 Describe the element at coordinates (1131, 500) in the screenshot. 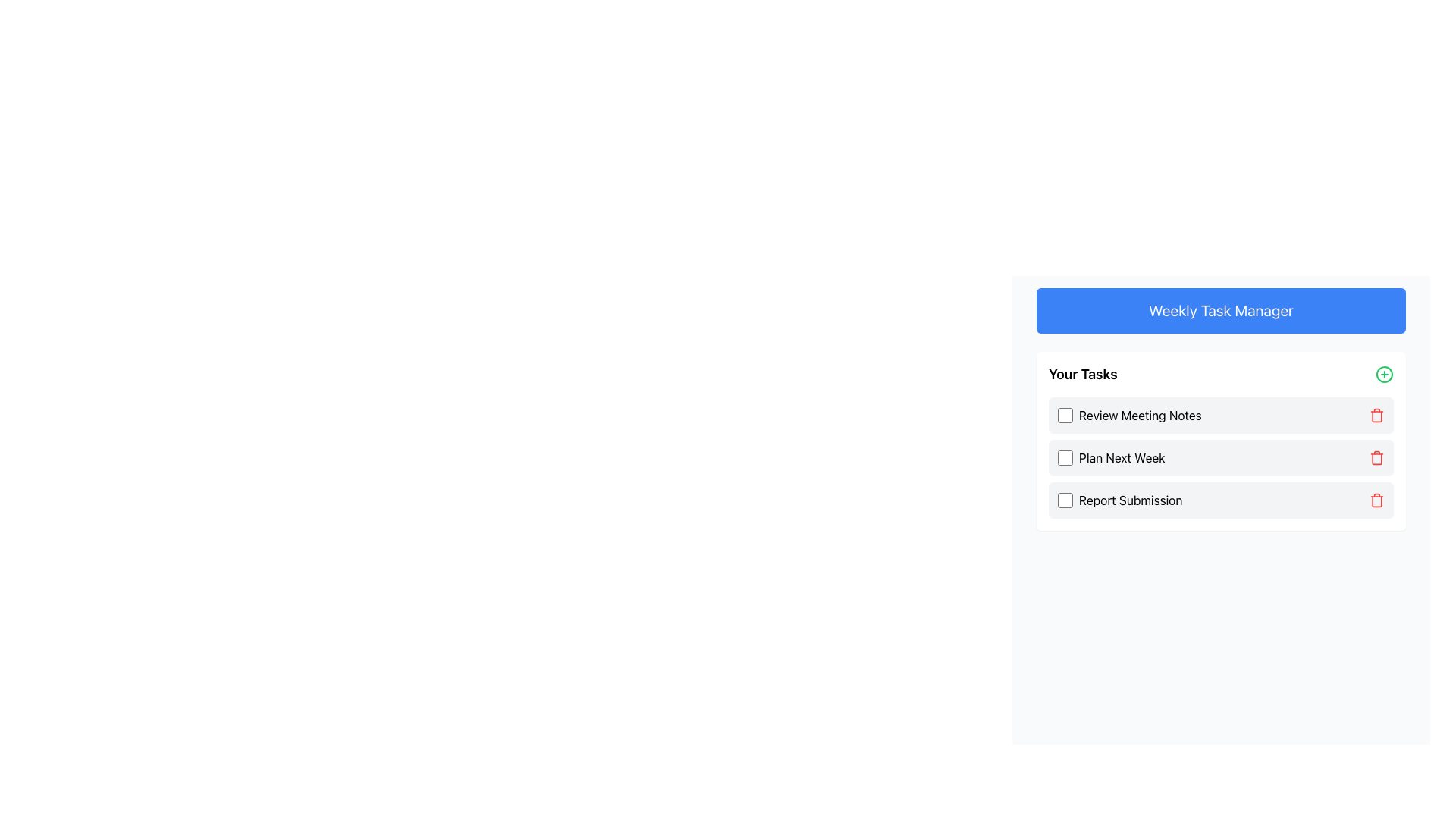

I see `the 'Report Submission' text label, which is the third item in the task list and is displayed in black sans-serif font next to a checkbox` at that location.